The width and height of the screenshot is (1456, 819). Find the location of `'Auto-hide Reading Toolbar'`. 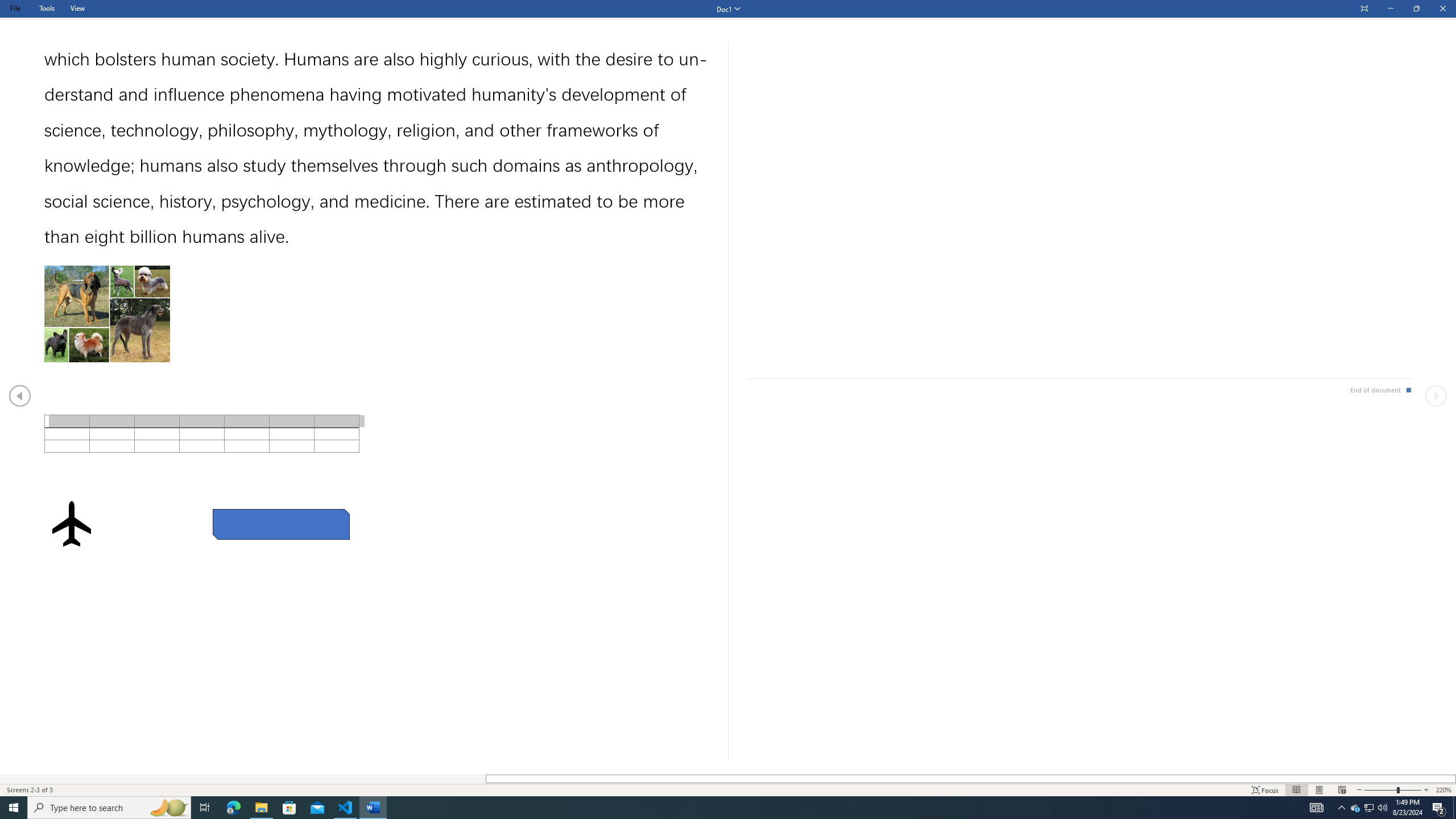

'Auto-hide Reading Toolbar' is located at coordinates (1363, 9).